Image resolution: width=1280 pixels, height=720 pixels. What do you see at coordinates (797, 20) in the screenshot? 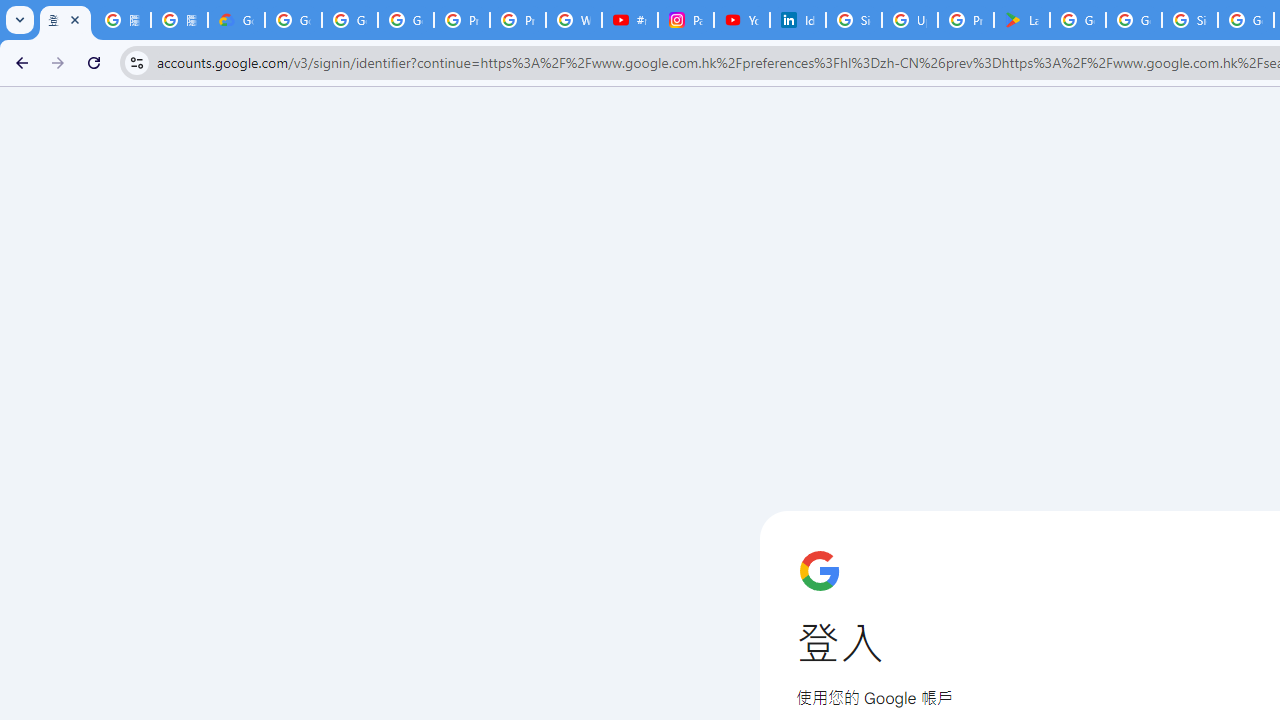
I see `'Identity verification via Persona | LinkedIn Help'` at bounding box center [797, 20].